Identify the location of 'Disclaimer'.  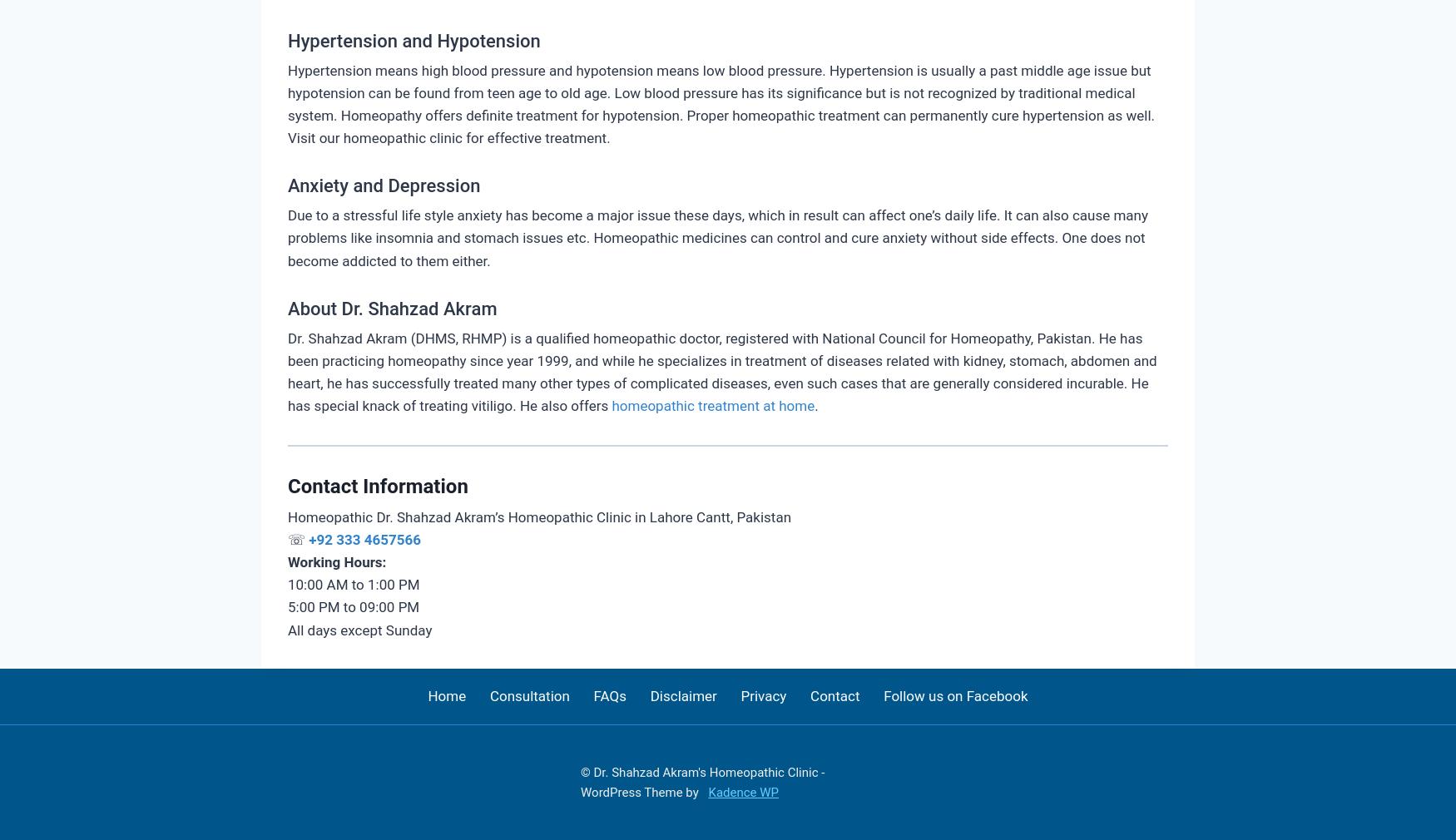
(682, 694).